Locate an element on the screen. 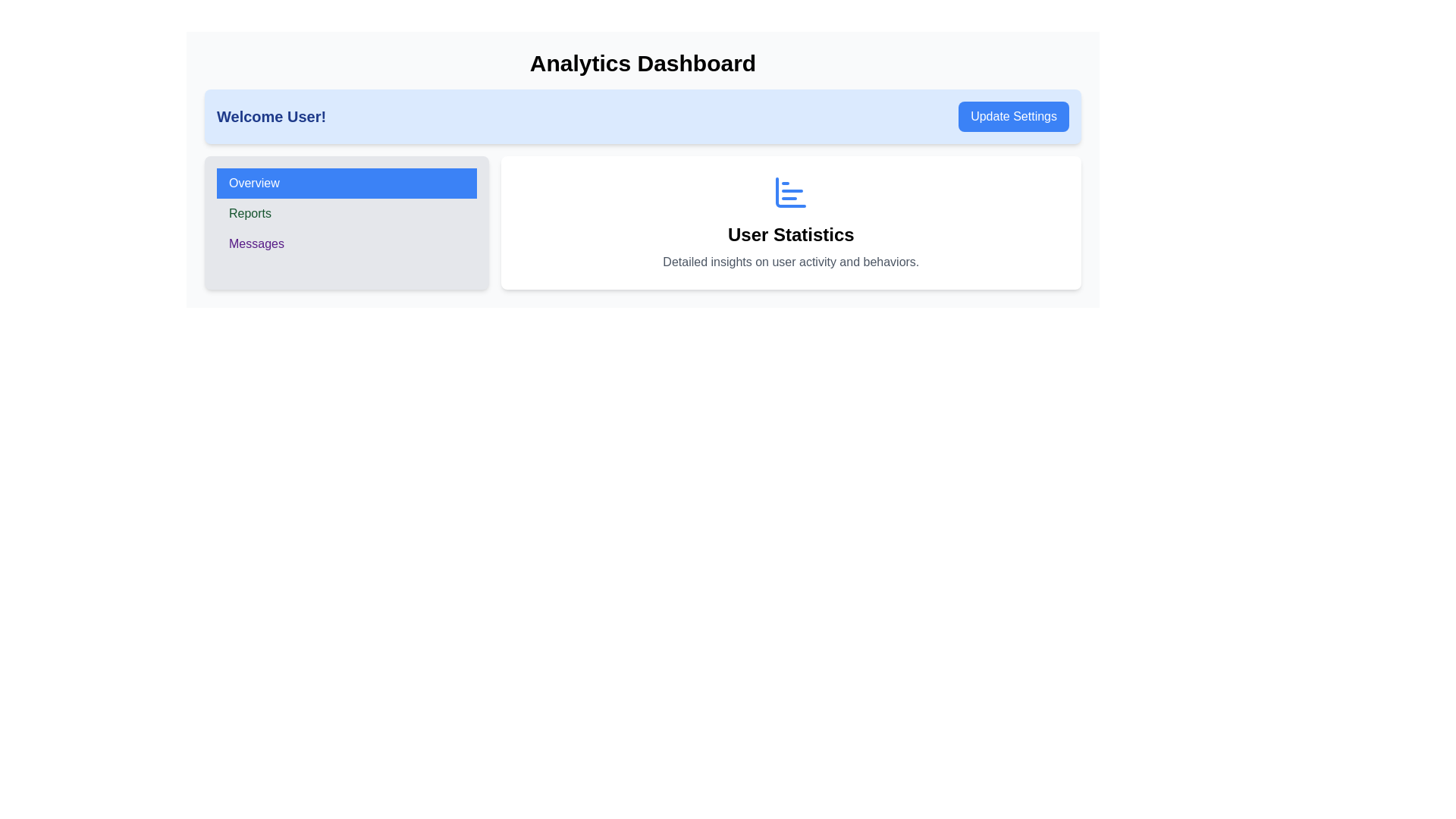  the statistical data icon located at the center of the 'User Statistics' card, which is positioned to the right of the sidebar menu and below the header section is located at coordinates (790, 192).